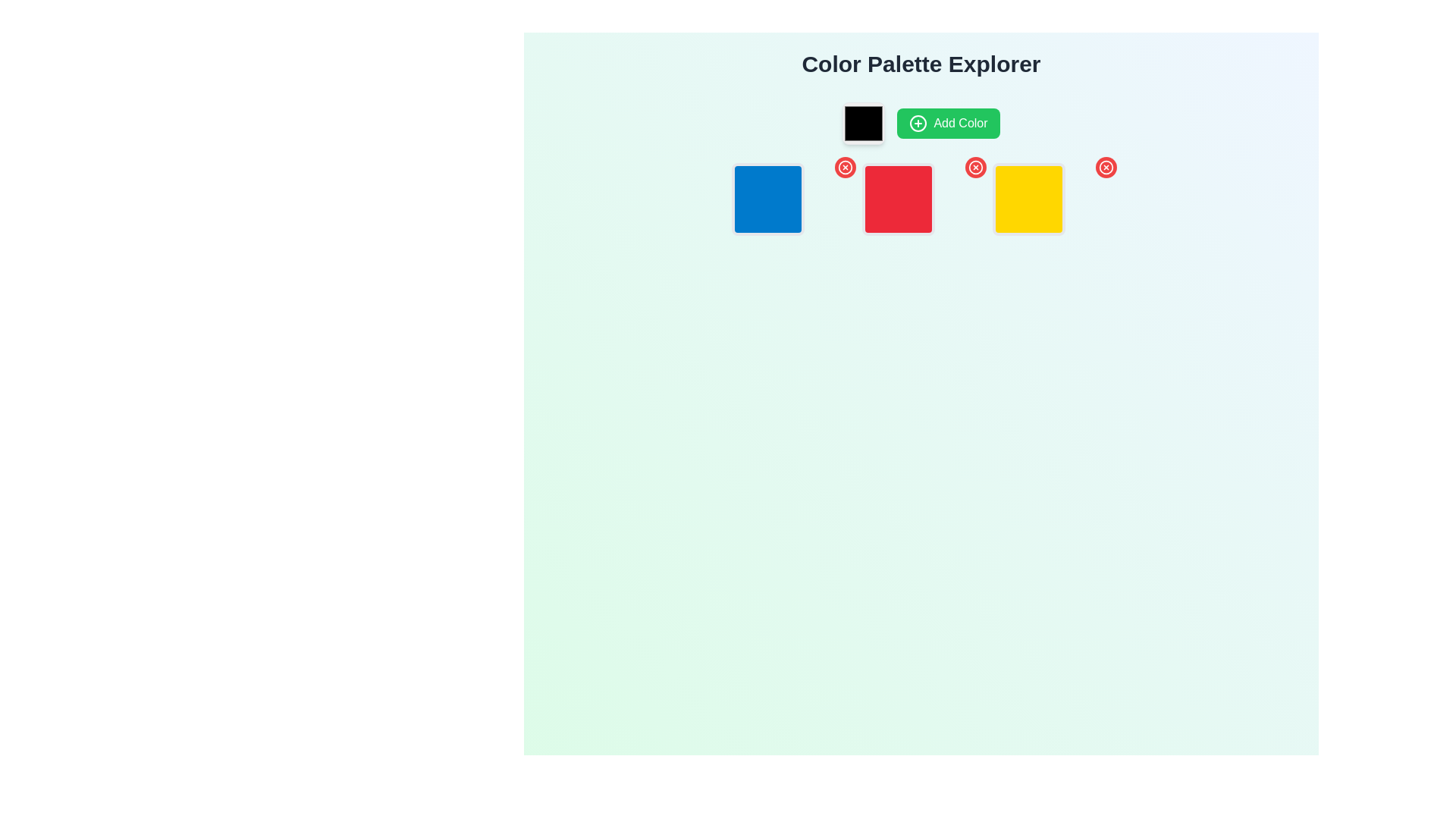 The height and width of the screenshot is (819, 1456). What do you see at coordinates (920, 63) in the screenshot?
I see `the header element displaying the text 'Color Palette Explorer', which is styled in a large, bold font and positioned at the top center of the interface` at bounding box center [920, 63].